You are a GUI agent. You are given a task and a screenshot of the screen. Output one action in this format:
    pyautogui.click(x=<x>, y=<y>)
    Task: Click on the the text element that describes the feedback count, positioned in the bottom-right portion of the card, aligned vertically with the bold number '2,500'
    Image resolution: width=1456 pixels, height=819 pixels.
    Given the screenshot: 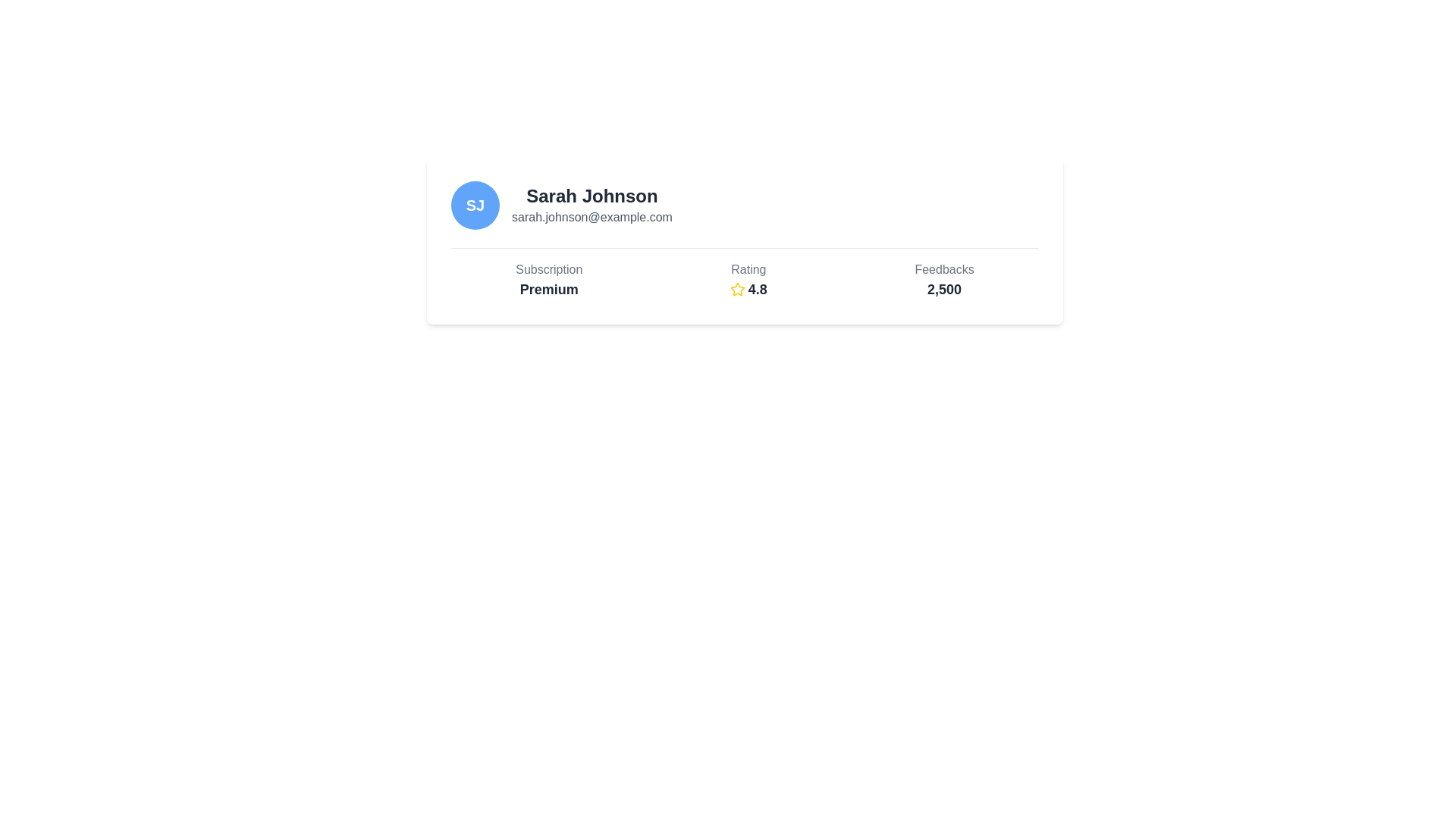 What is the action you would take?
    pyautogui.click(x=943, y=268)
    